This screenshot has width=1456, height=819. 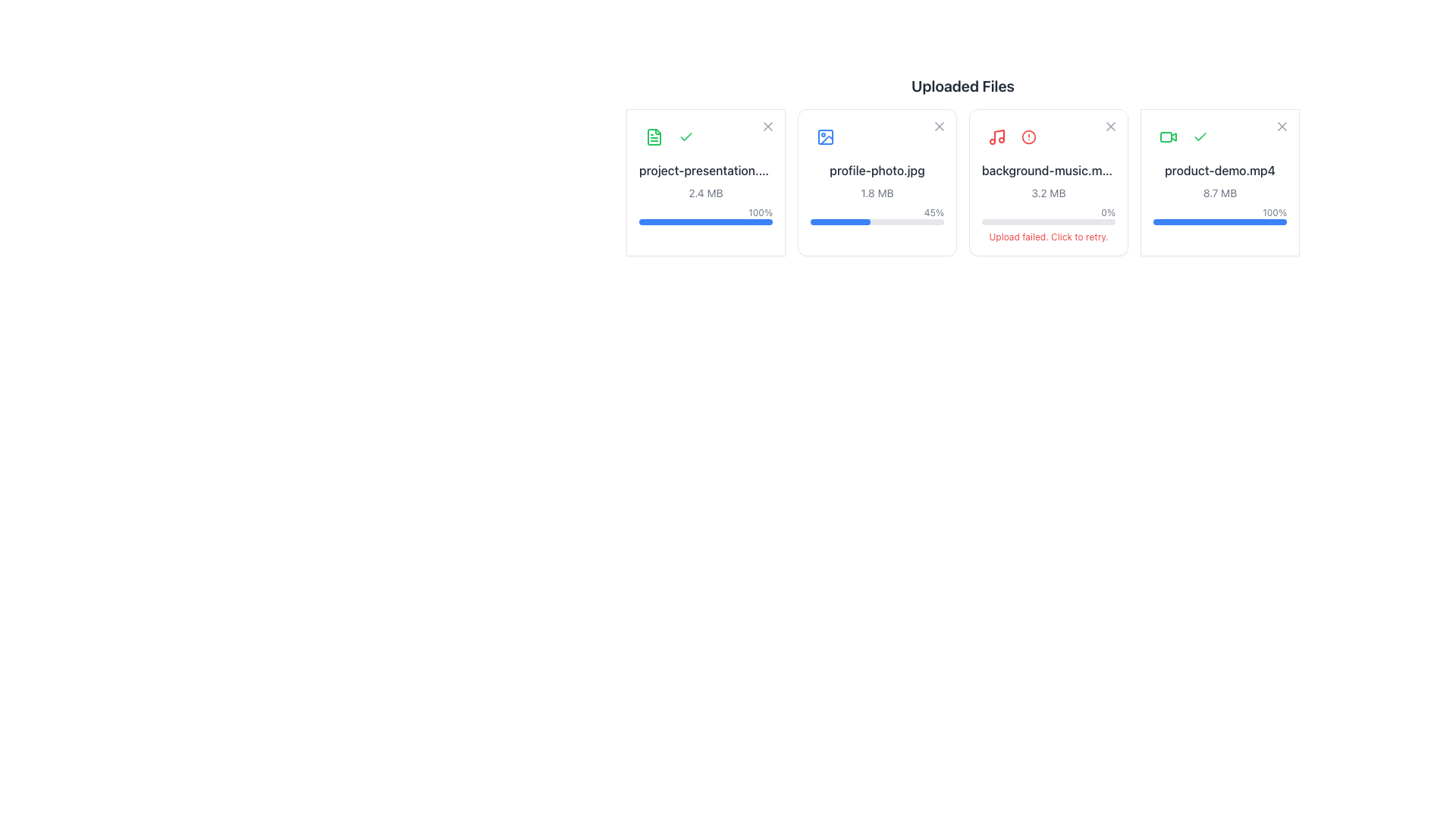 I want to click on the retry link on the third card in the grid, which displays the status of an uploaded file, to reattempt the upload, so click(x=1047, y=181).